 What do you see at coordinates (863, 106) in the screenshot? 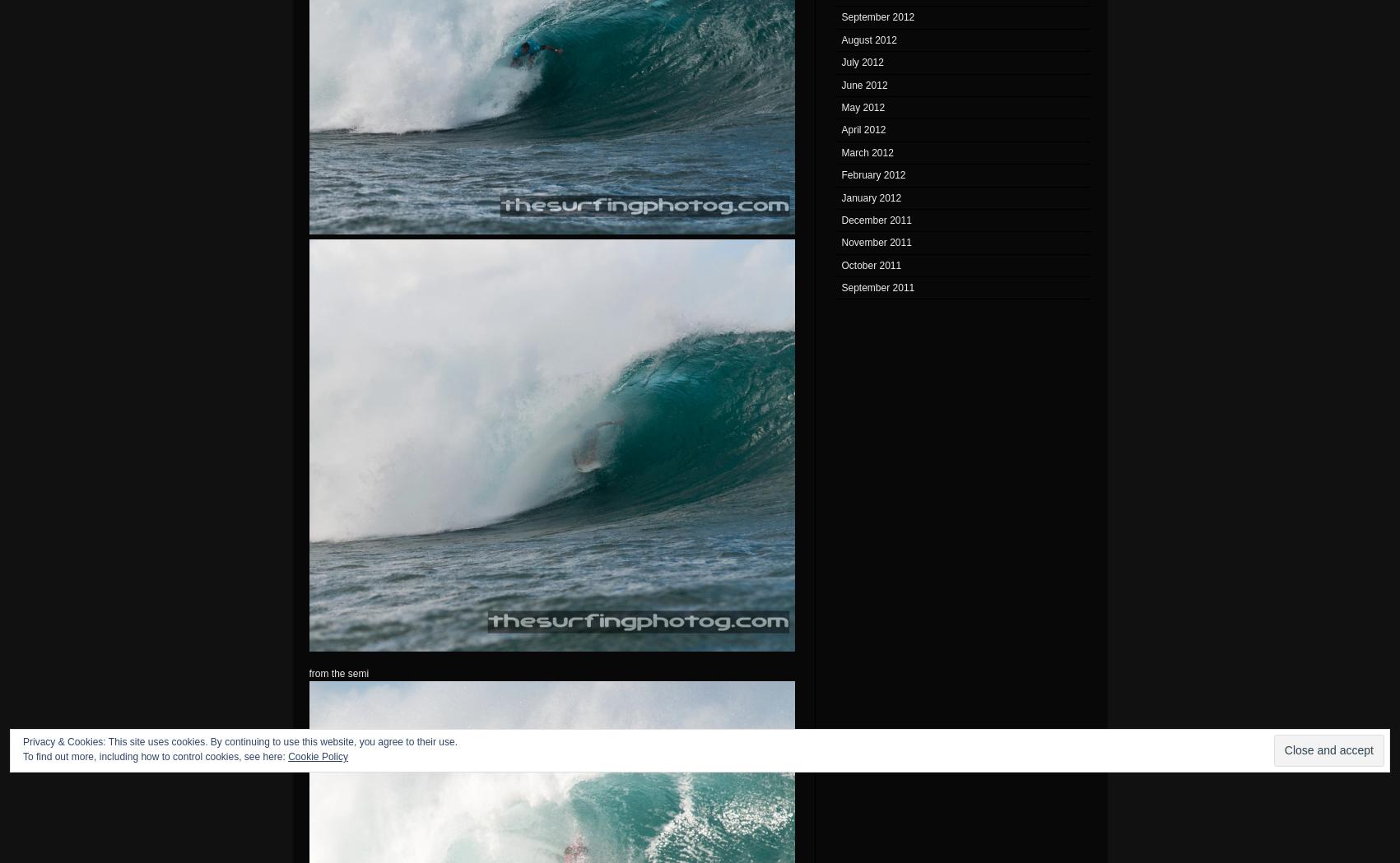
I see `'May 2012'` at bounding box center [863, 106].